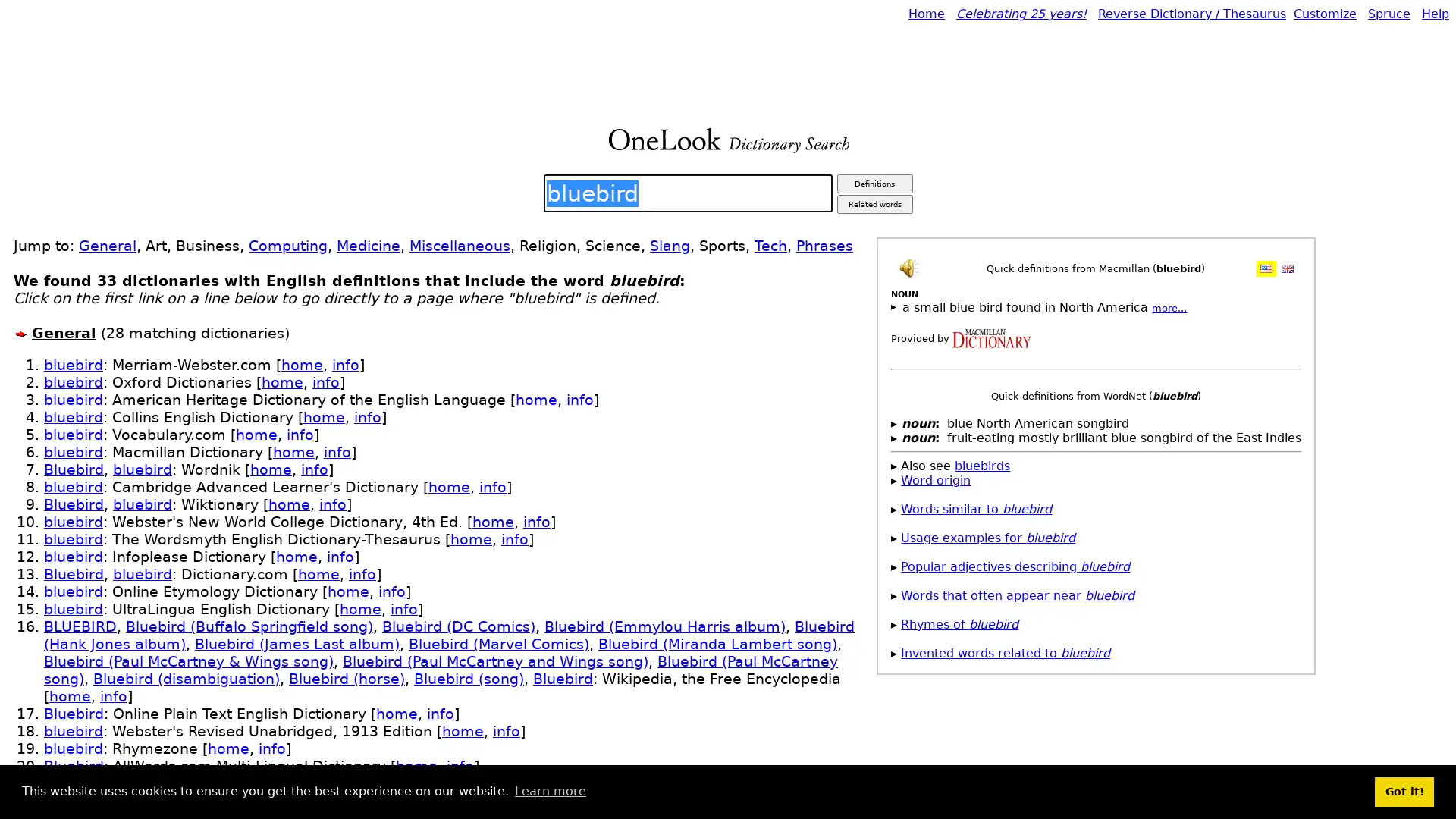 This screenshot has height=819, width=1456. Describe the element at coordinates (874, 183) in the screenshot. I see `Definitions` at that location.